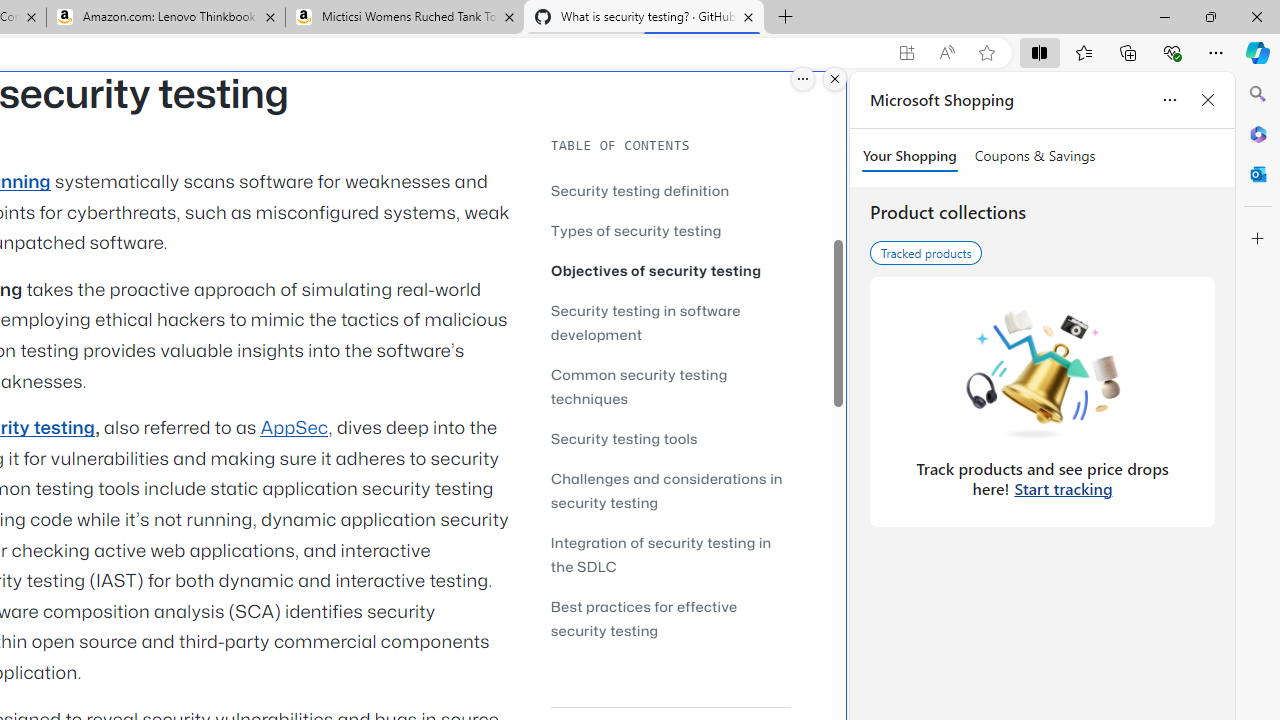 This screenshot has width=1280, height=720. What do you see at coordinates (670, 617) in the screenshot?
I see `'Best practices for effective security testing'` at bounding box center [670, 617].